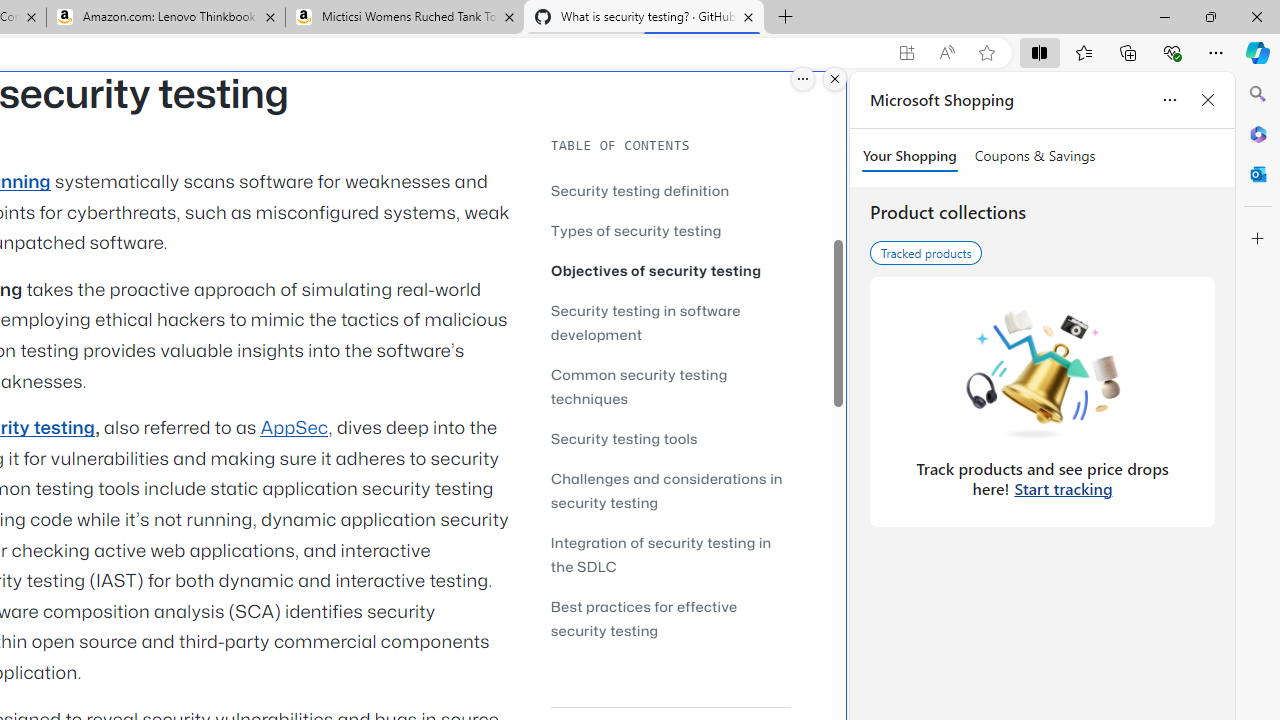 This screenshot has width=1280, height=720. What do you see at coordinates (670, 617) in the screenshot?
I see `'Best practices for effective security testing'` at bounding box center [670, 617].